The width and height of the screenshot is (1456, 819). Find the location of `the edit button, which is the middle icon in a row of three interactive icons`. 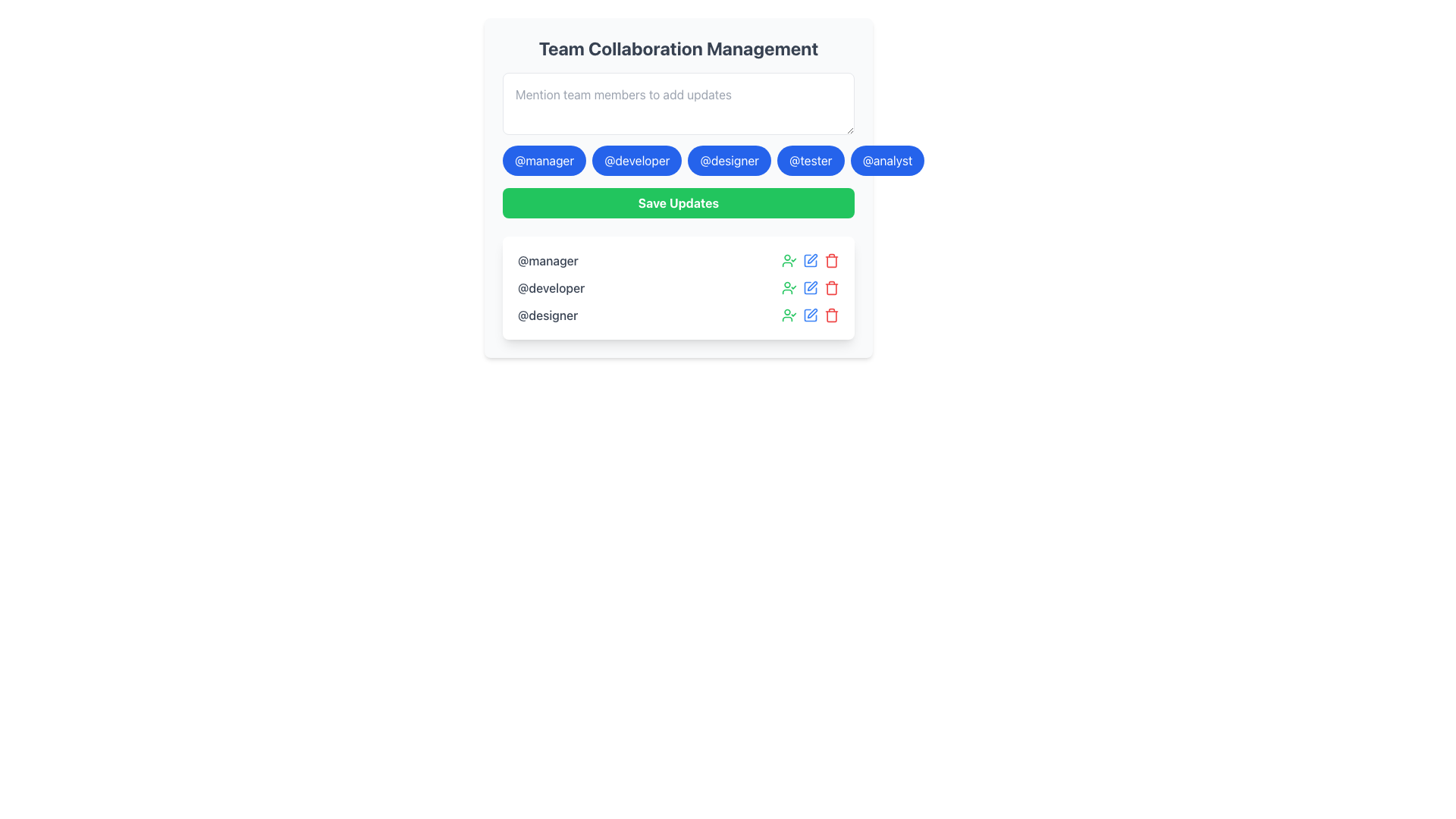

the edit button, which is the middle icon in a row of three interactive icons is located at coordinates (810, 288).